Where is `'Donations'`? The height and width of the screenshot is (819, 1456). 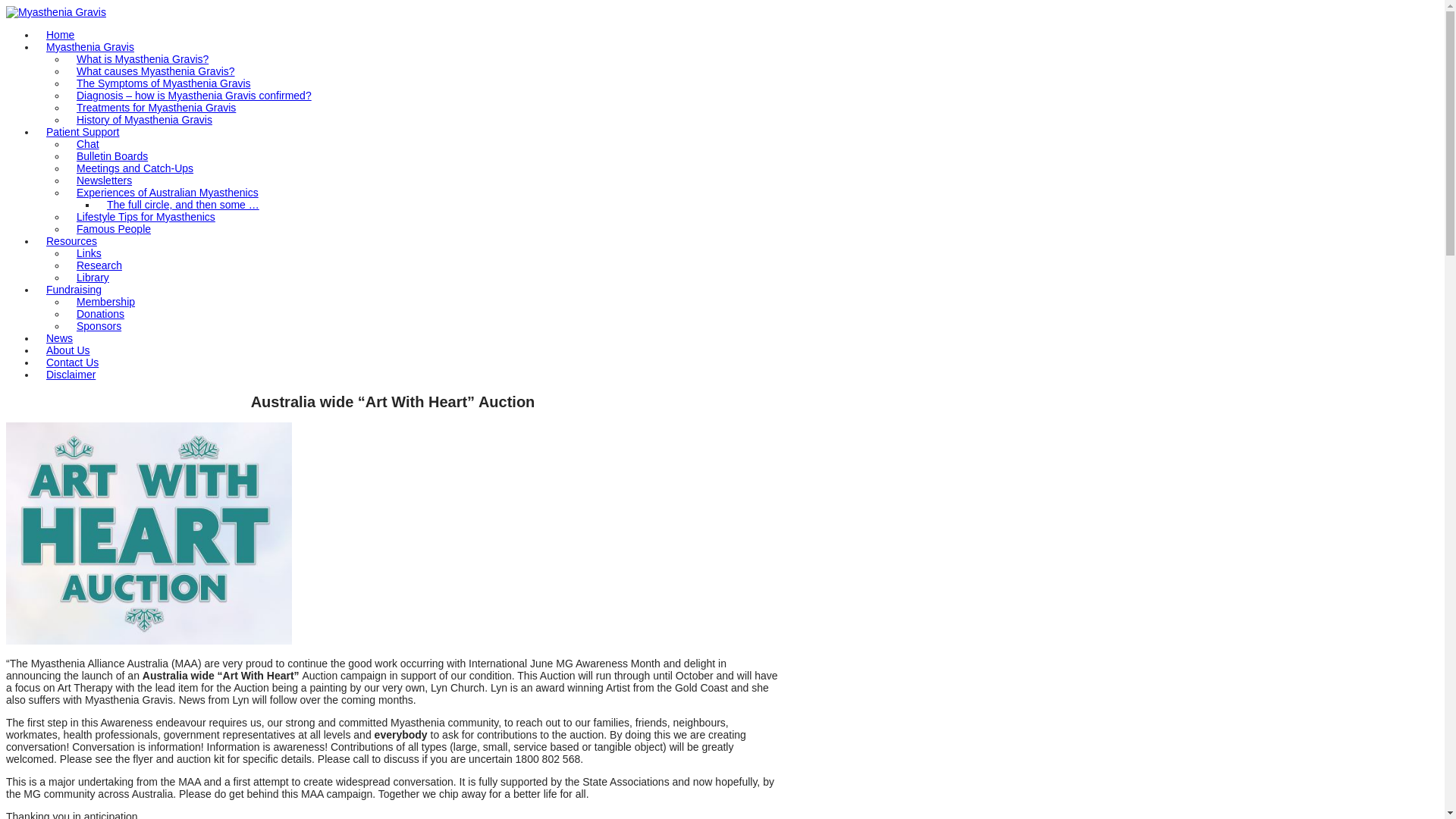 'Donations' is located at coordinates (99, 312).